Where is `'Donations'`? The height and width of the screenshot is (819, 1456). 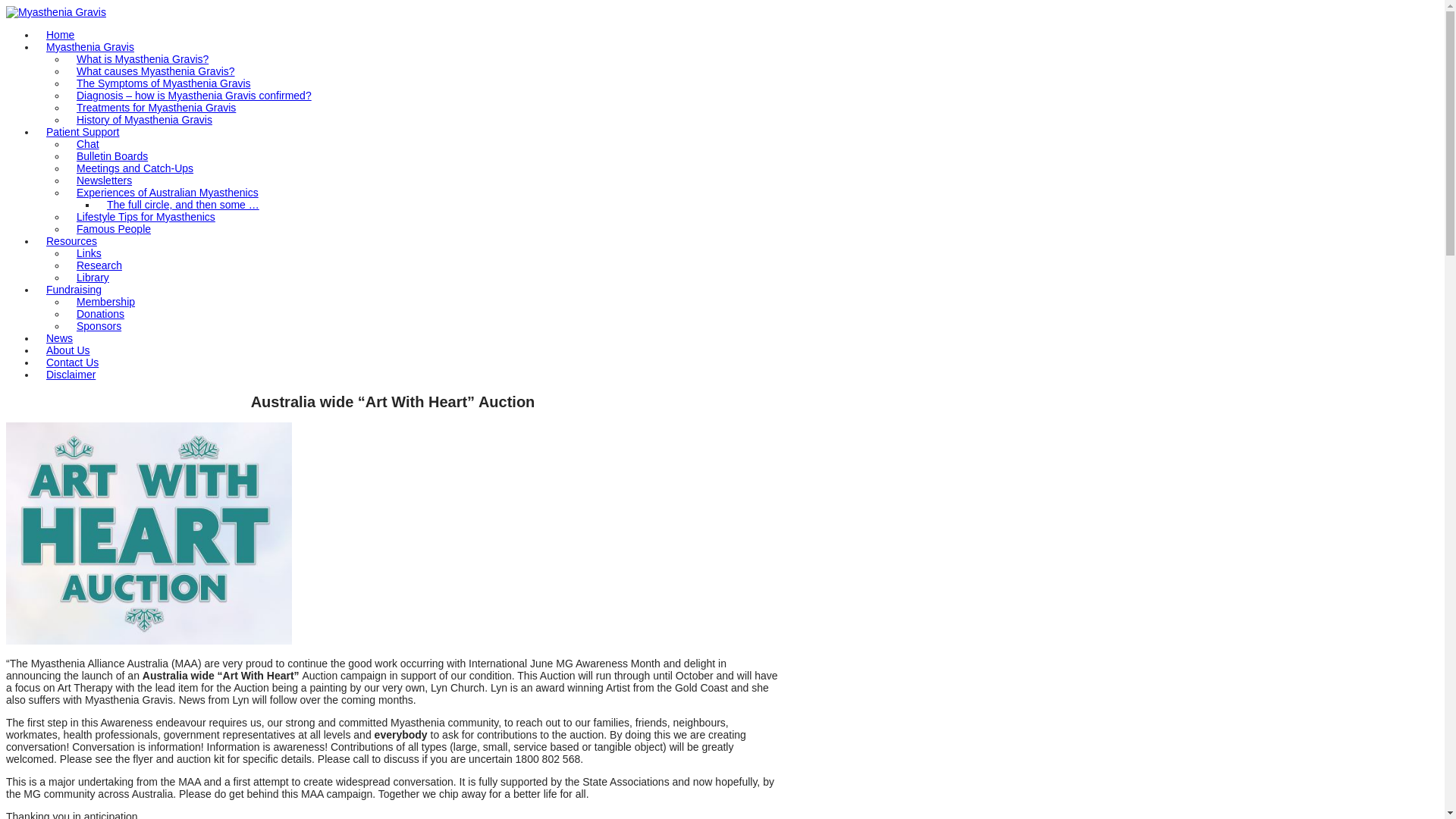 'Donations' is located at coordinates (99, 312).